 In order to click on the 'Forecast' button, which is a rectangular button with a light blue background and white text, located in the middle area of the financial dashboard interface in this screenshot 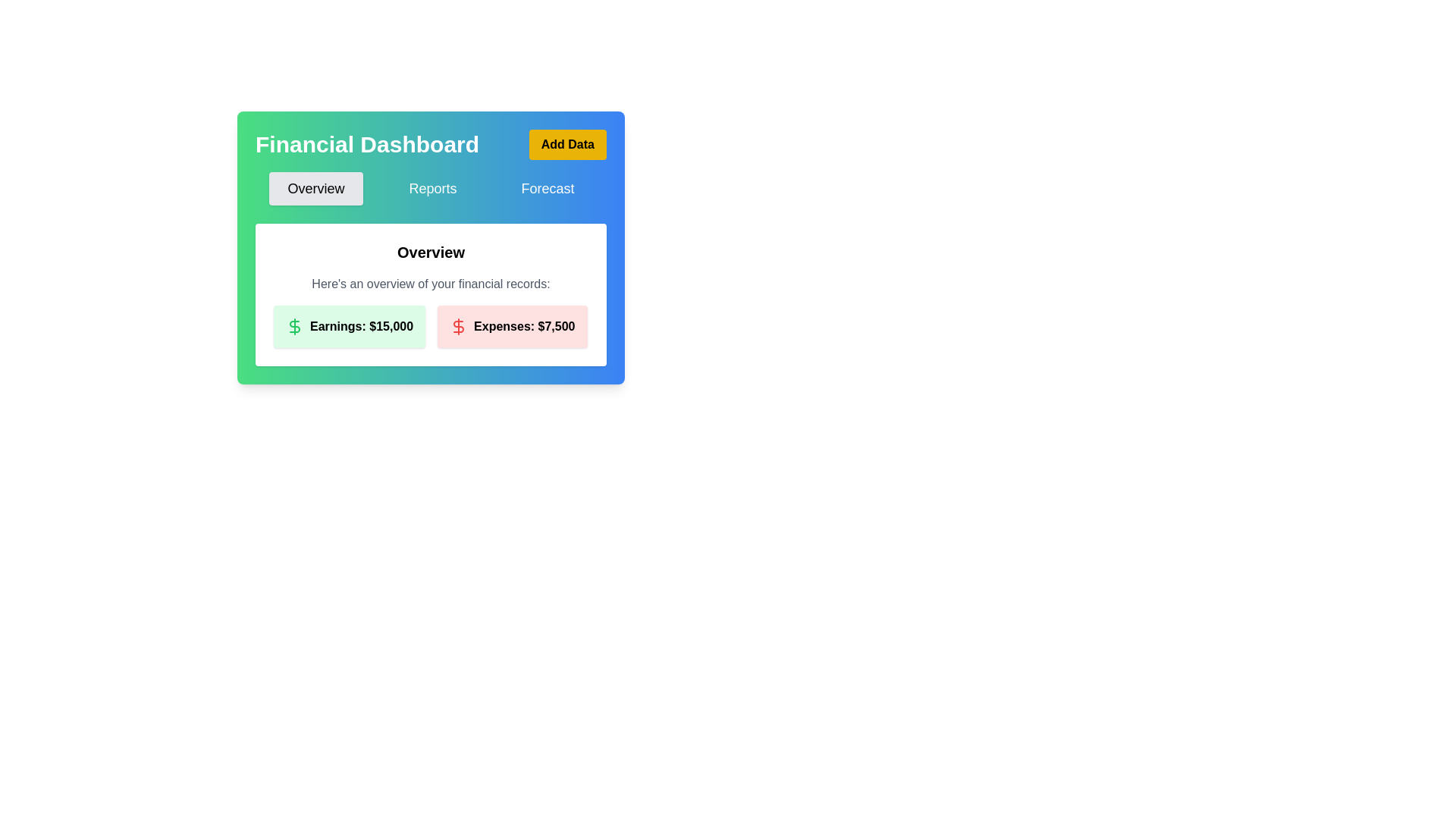, I will do `click(547, 188)`.